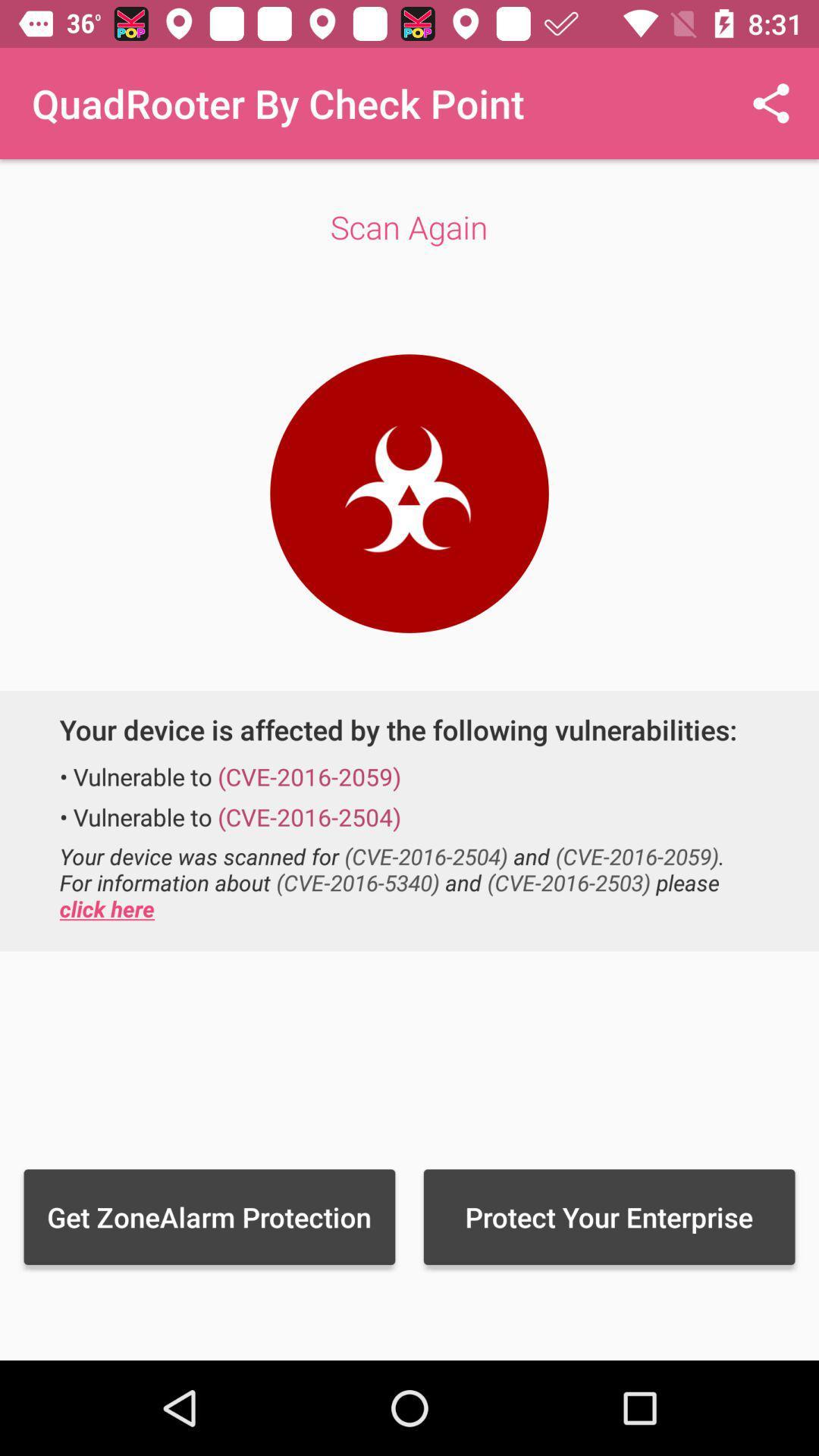  What do you see at coordinates (608, 1216) in the screenshot?
I see `the item to the right of the get zonealarm protection` at bounding box center [608, 1216].